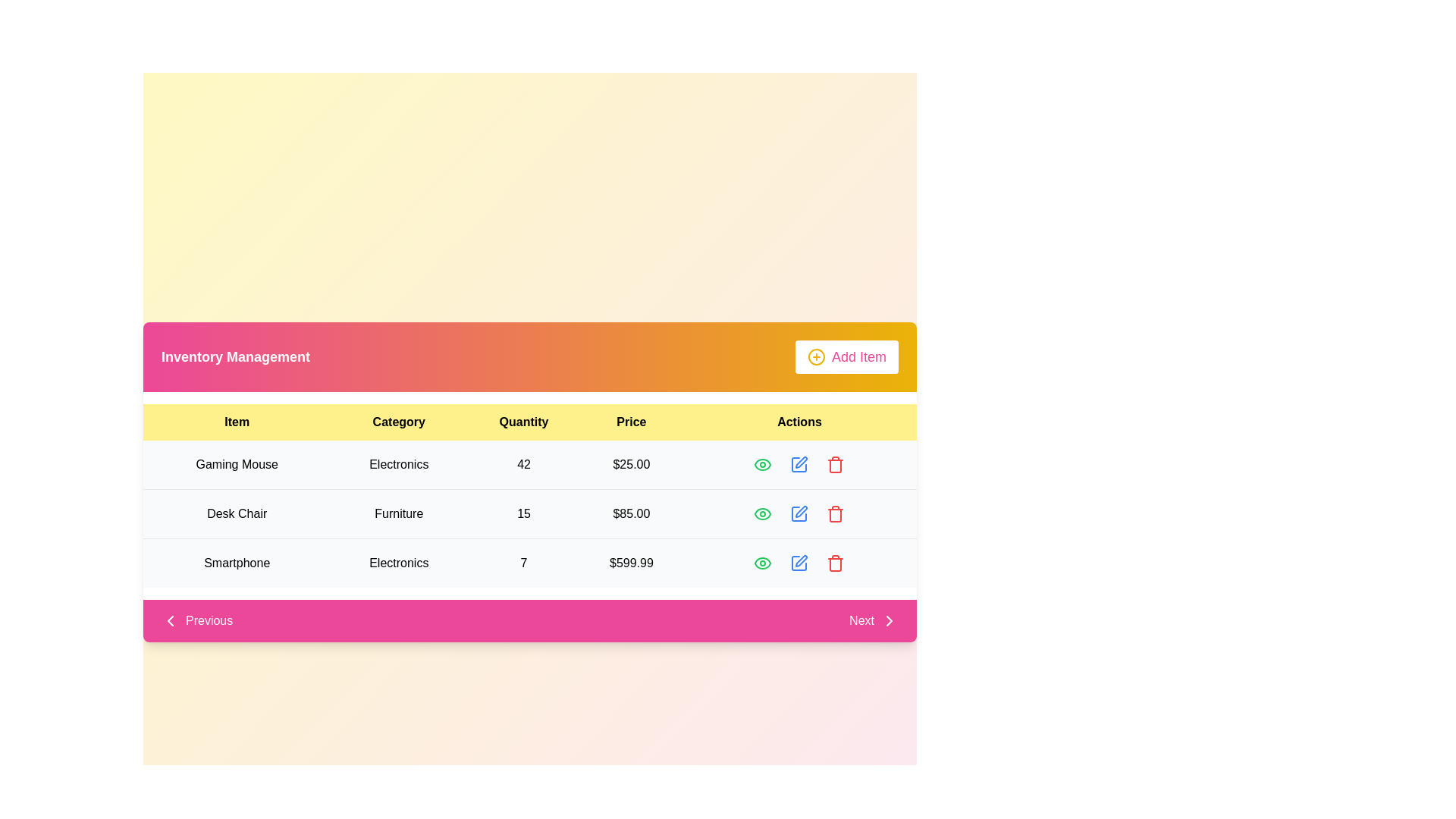 The width and height of the screenshot is (1456, 819). What do you see at coordinates (835, 513) in the screenshot?
I see `the delete button in the 'Actions' column of the second row` at bounding box center [835, 513].